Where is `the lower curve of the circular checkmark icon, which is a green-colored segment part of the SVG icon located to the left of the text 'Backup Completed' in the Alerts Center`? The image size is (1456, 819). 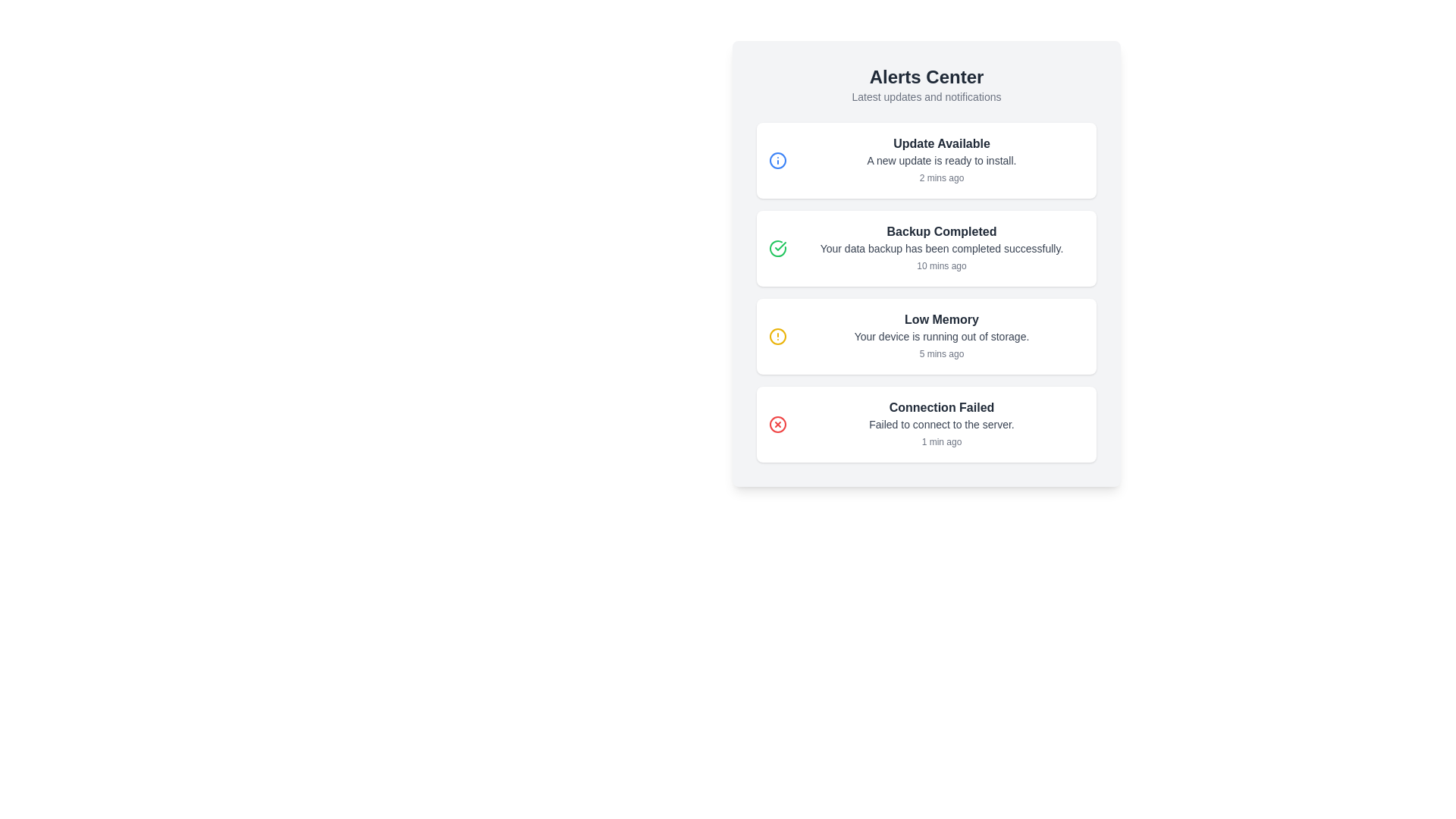 the lower curve of the circular checkmark icon, which is a green-colored segment part of the SVG icon located to the left of the text 'Backup Completed' in the Alerts Center is located at coordinates (778, 247).